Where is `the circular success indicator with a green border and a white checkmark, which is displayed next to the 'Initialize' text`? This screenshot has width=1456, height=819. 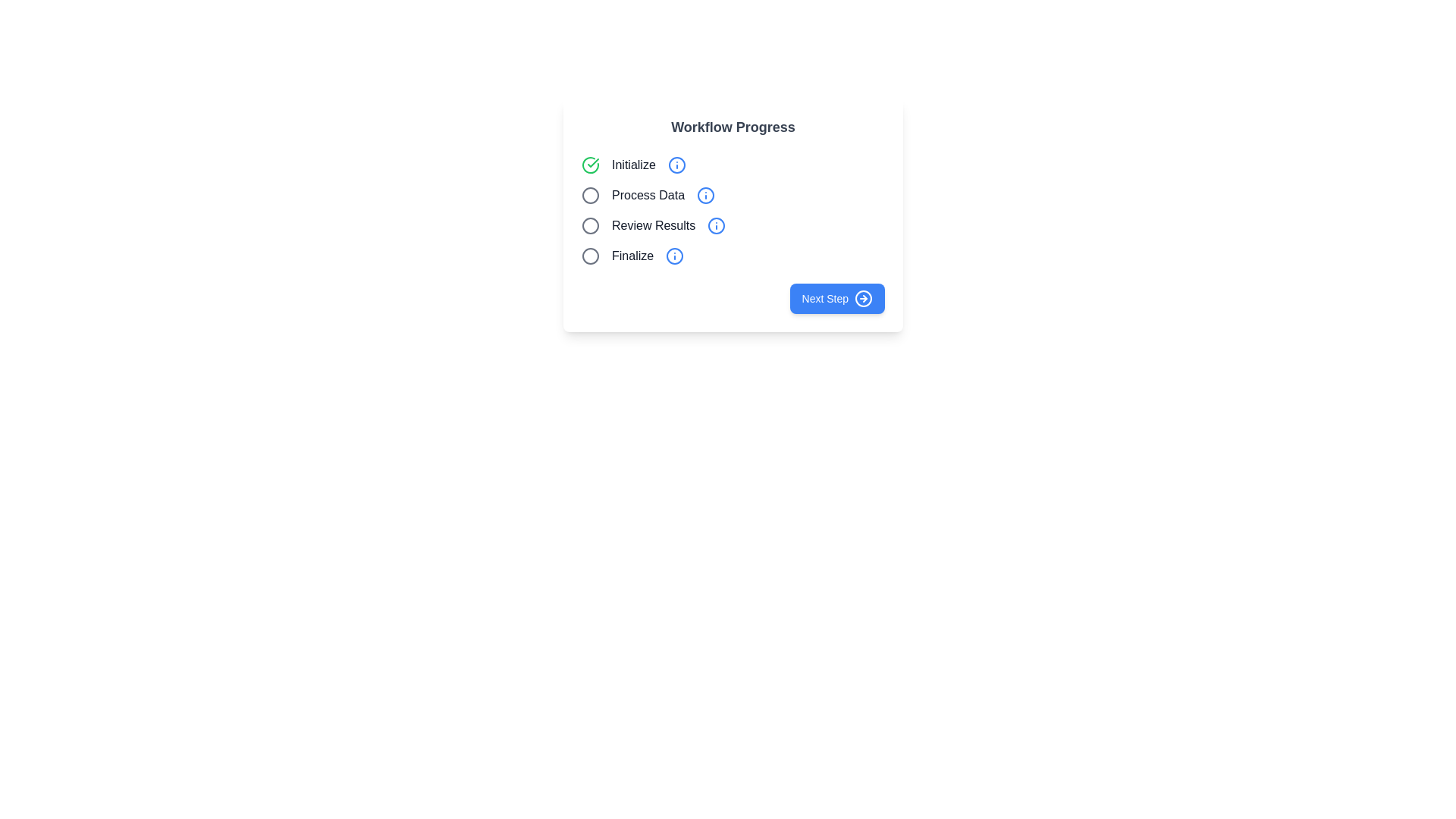
the circular success indicator with a green border and a white checkmark, which is displayed next to the 'Initialize' text is located at coordinates (589, 165).